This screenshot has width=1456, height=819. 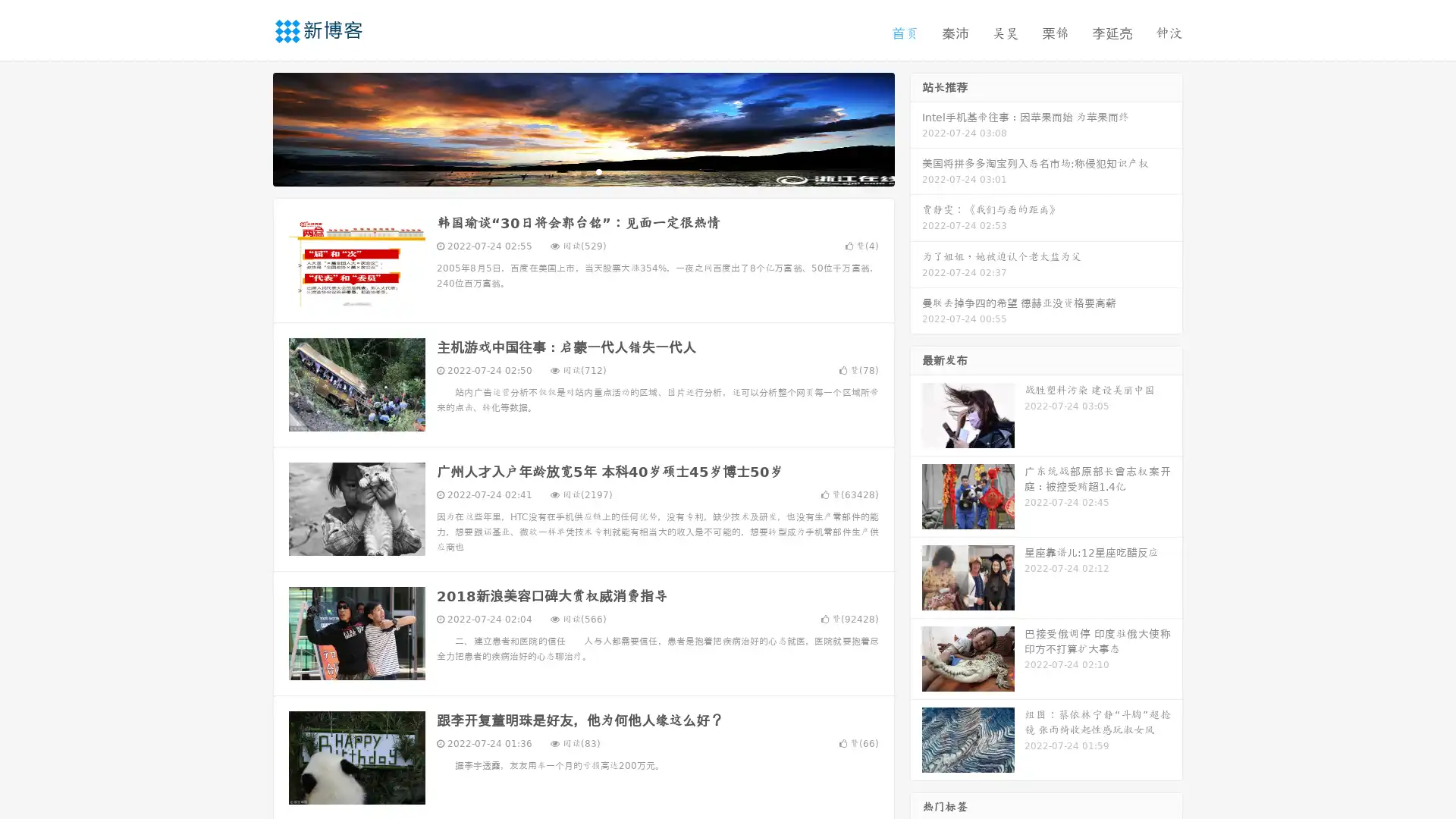 I want to click on Previous slide, so click(x=250, y=127).